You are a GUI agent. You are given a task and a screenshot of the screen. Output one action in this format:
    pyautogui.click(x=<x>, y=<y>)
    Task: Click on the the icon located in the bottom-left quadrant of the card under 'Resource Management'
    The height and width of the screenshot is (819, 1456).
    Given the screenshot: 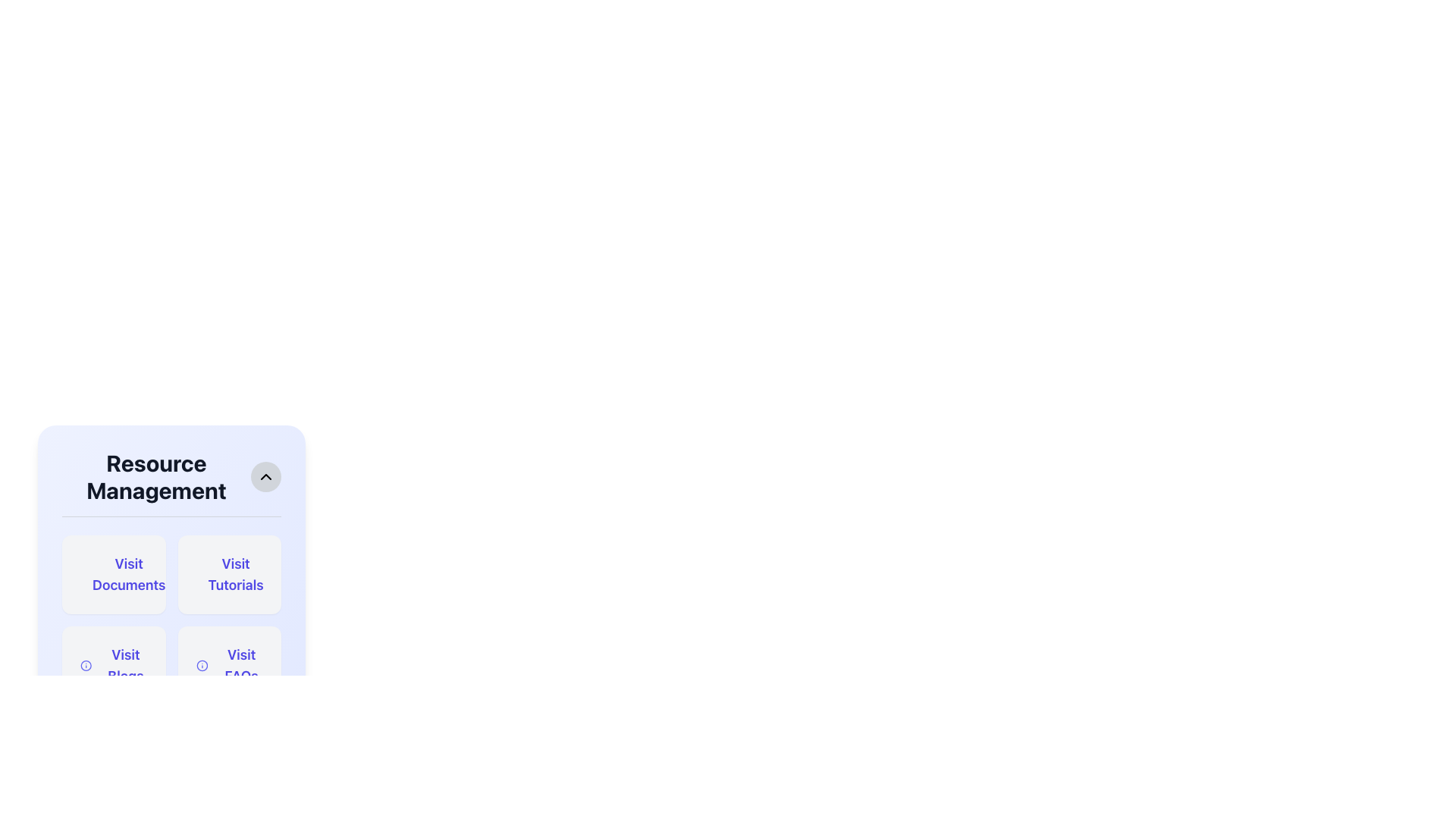 What is the action you would take?
    pyautogui.click(x=85, y=665)
    